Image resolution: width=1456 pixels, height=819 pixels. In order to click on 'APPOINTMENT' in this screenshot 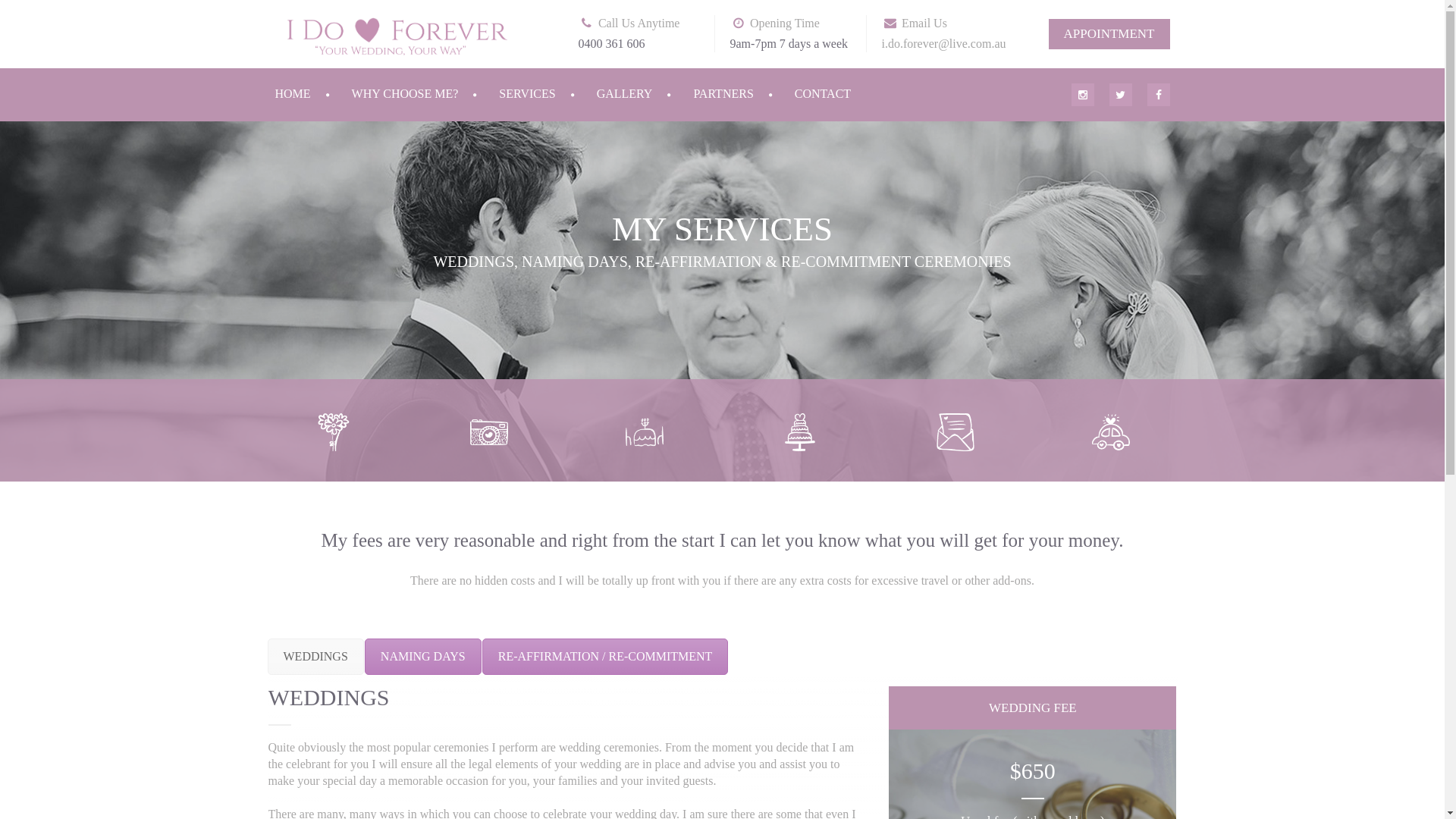, I will do `click(1047, 34)`.